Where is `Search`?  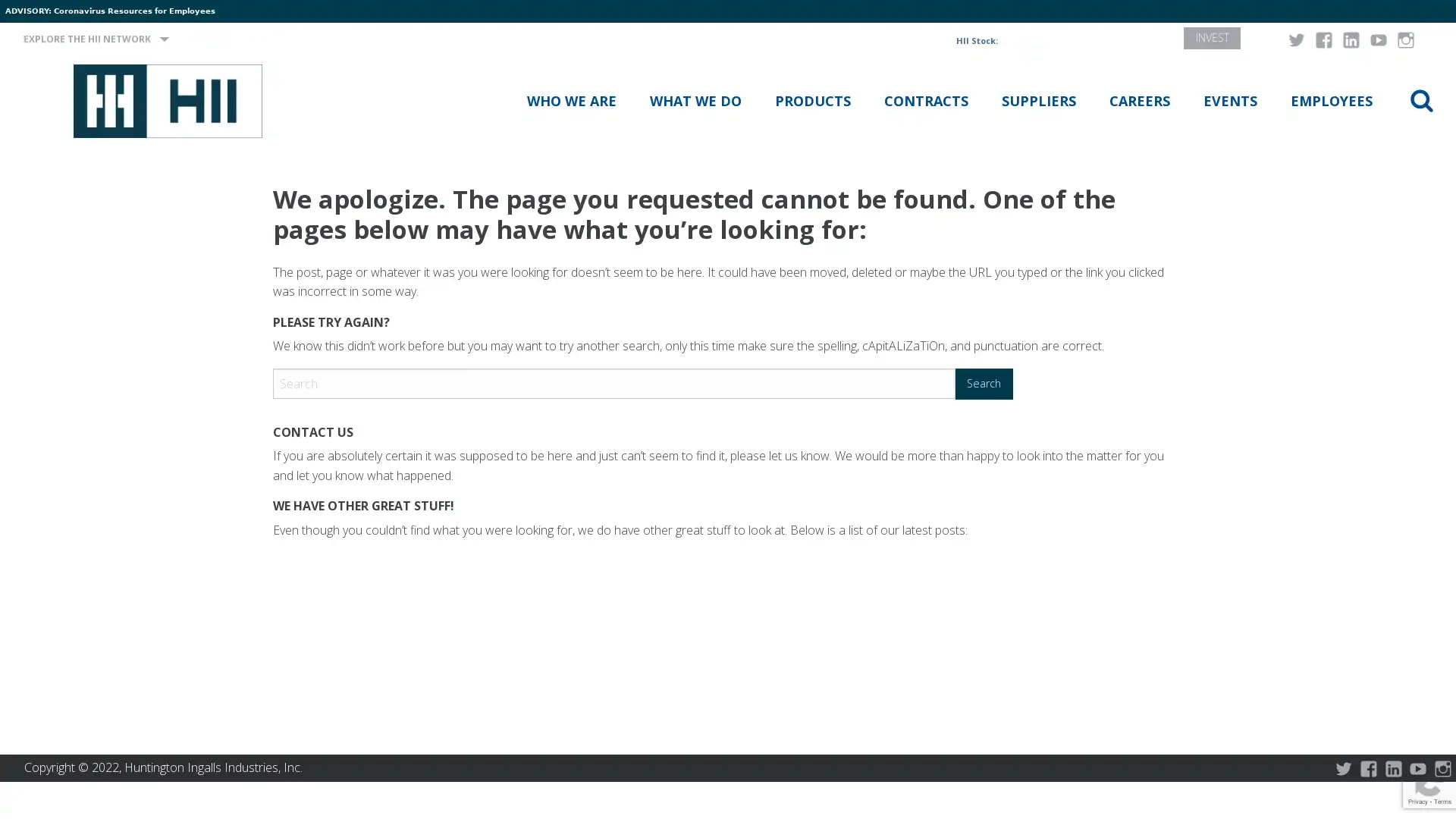 Search is located at coordinates (984, 382).